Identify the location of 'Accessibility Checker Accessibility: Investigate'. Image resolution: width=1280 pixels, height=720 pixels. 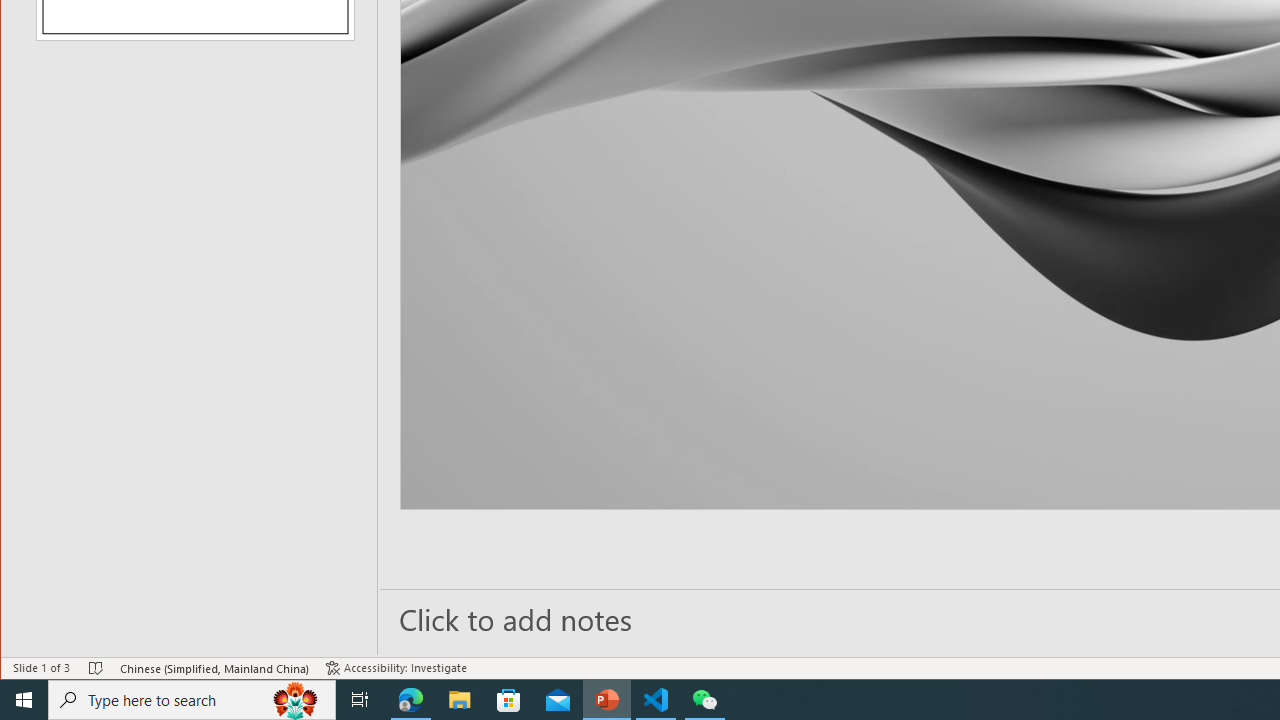
(396, 668).